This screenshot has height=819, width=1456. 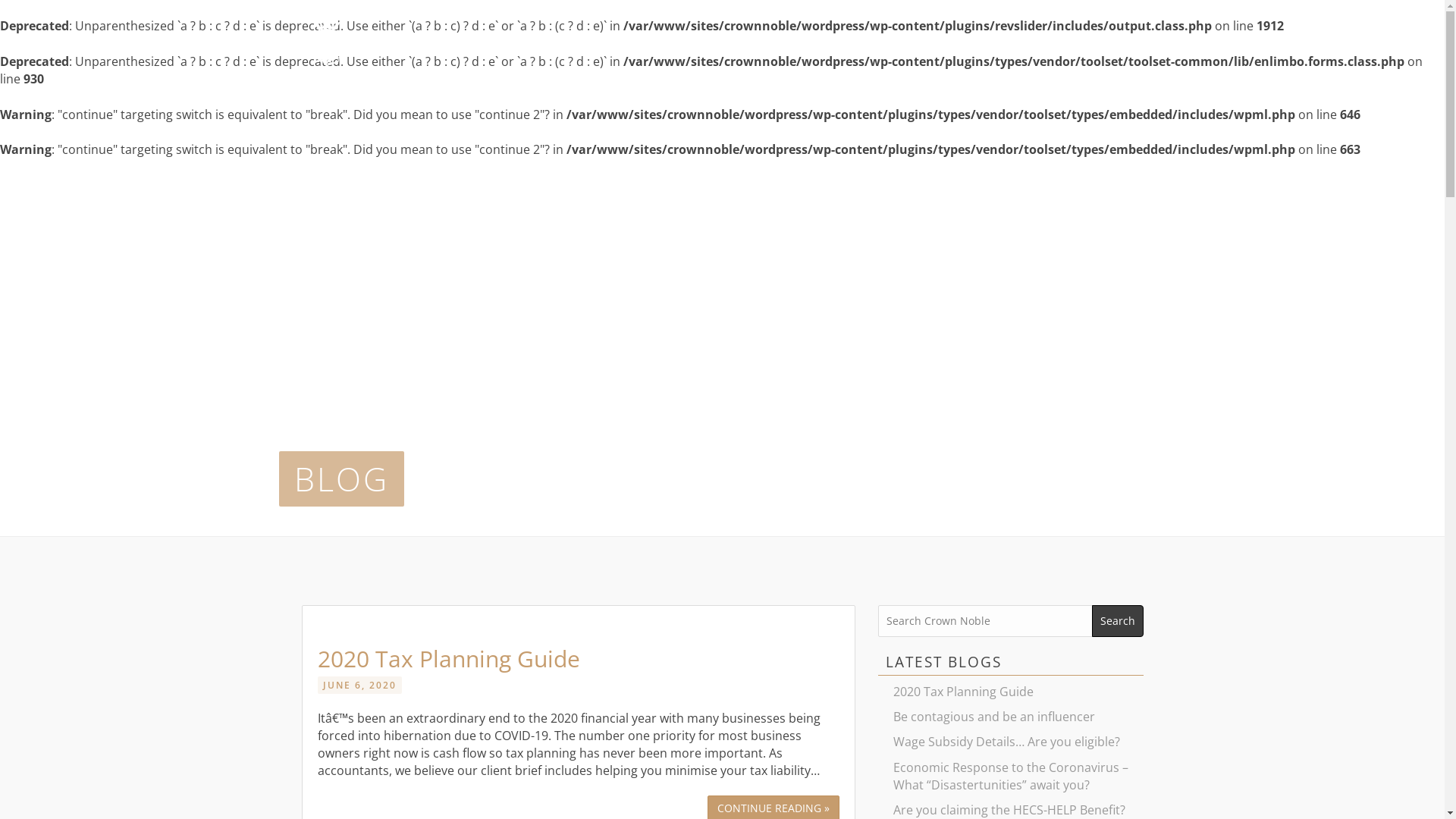 I want to click on 'Be contagious and be an influencer', so click(x=1011, y=717).